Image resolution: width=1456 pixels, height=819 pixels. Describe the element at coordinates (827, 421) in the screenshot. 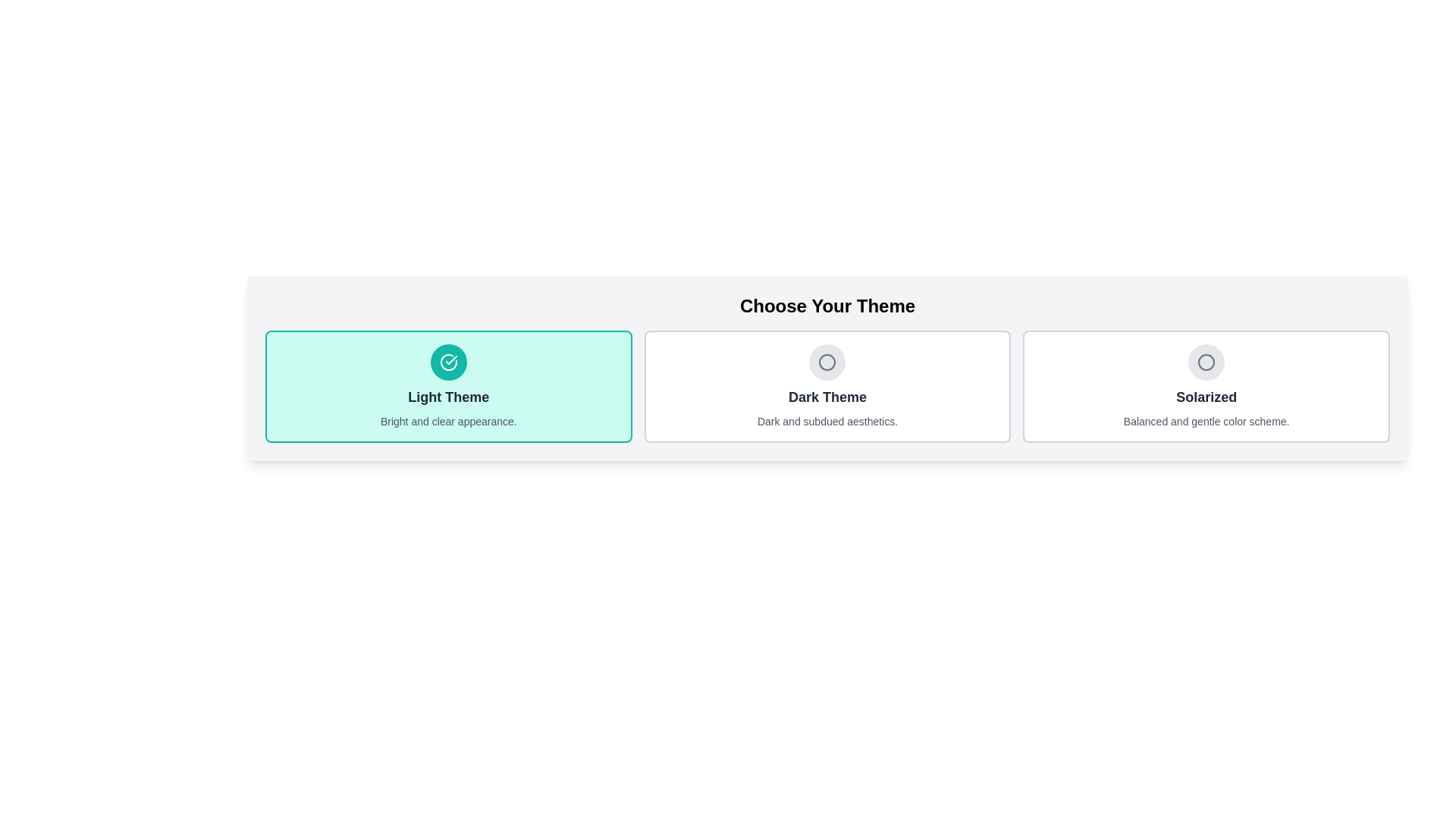

I see `the text display element that shows 'Dark and subdued aesthetics.' located below the title 'Dark Theme' in the second theme option` at that location.